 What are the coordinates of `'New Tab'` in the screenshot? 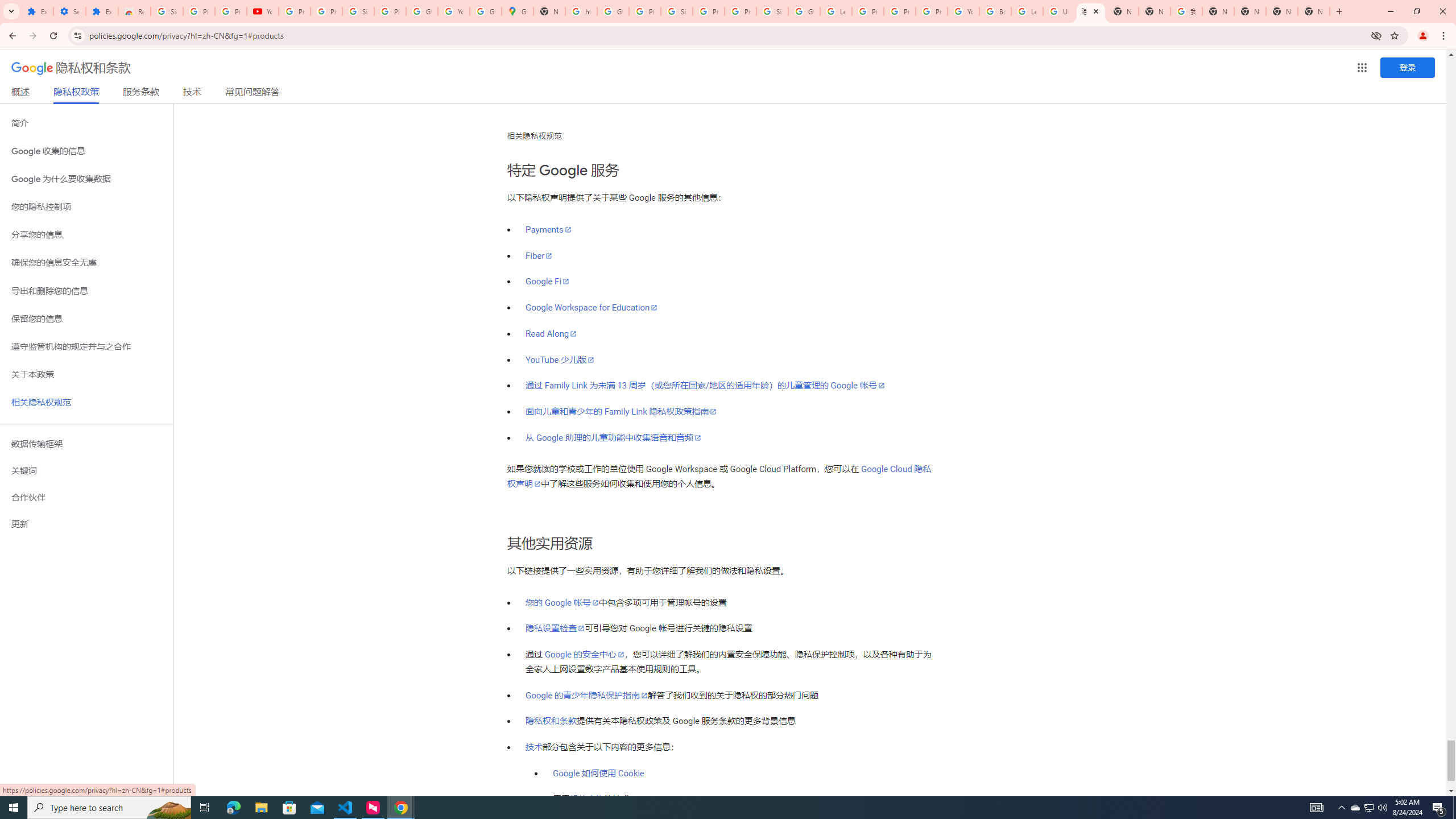 It's located at (1314, 11).